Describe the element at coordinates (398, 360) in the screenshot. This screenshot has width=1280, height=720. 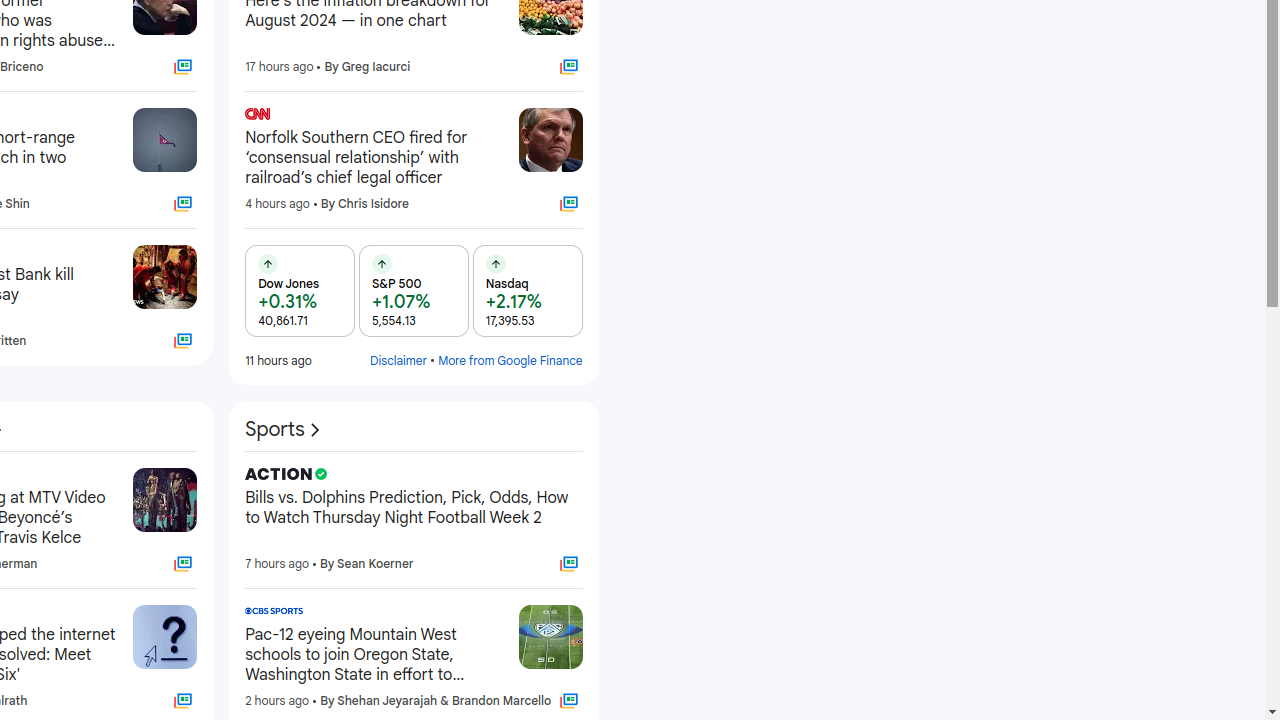
I see `'Disclaimer'` at that location.